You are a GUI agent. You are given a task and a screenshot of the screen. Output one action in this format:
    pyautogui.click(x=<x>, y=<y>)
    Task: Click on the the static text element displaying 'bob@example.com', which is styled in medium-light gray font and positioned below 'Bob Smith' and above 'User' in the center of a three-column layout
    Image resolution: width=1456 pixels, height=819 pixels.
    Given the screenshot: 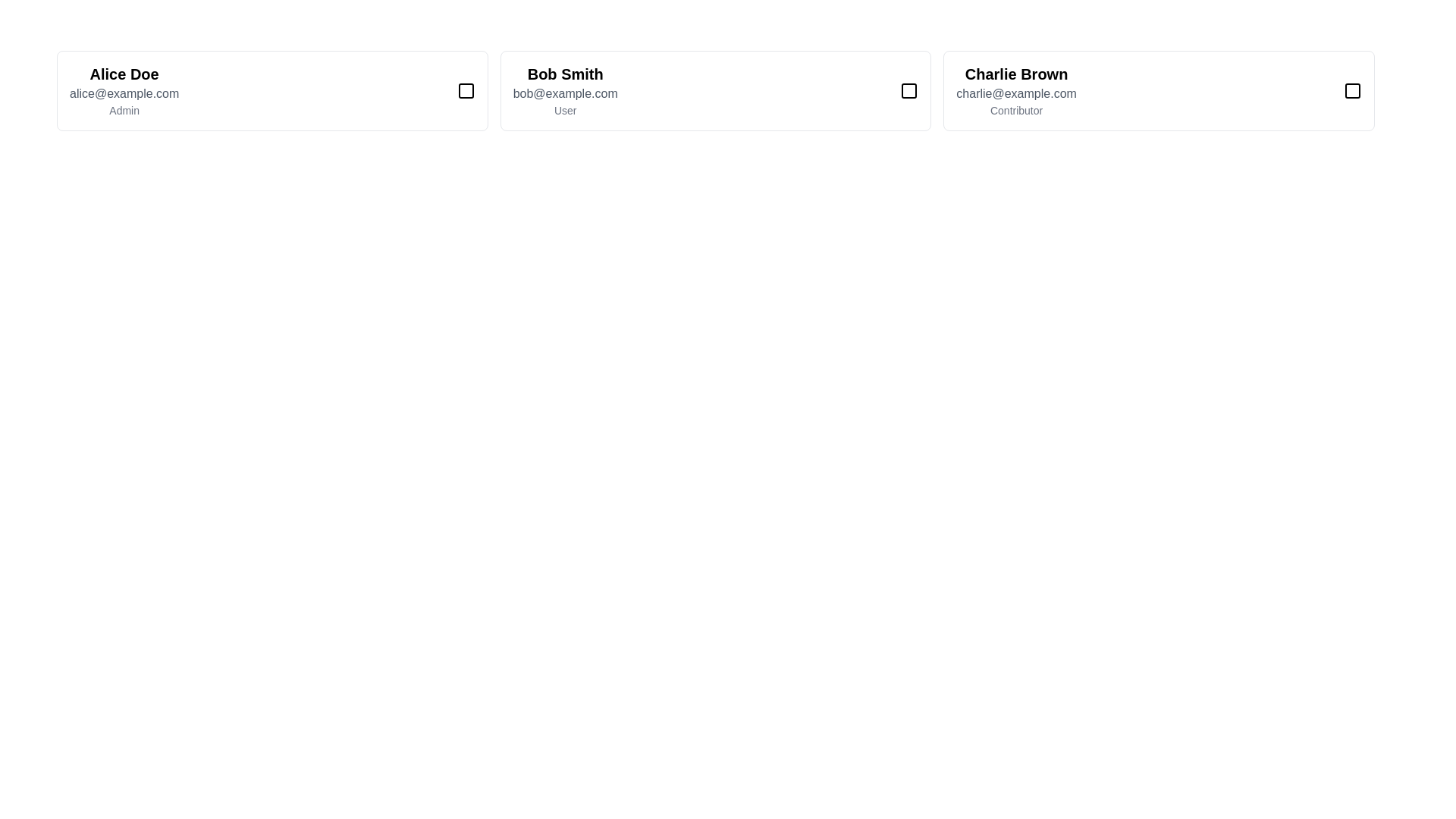 What is the action you would take?
    pyautogui.click(x=564, y=93)
    